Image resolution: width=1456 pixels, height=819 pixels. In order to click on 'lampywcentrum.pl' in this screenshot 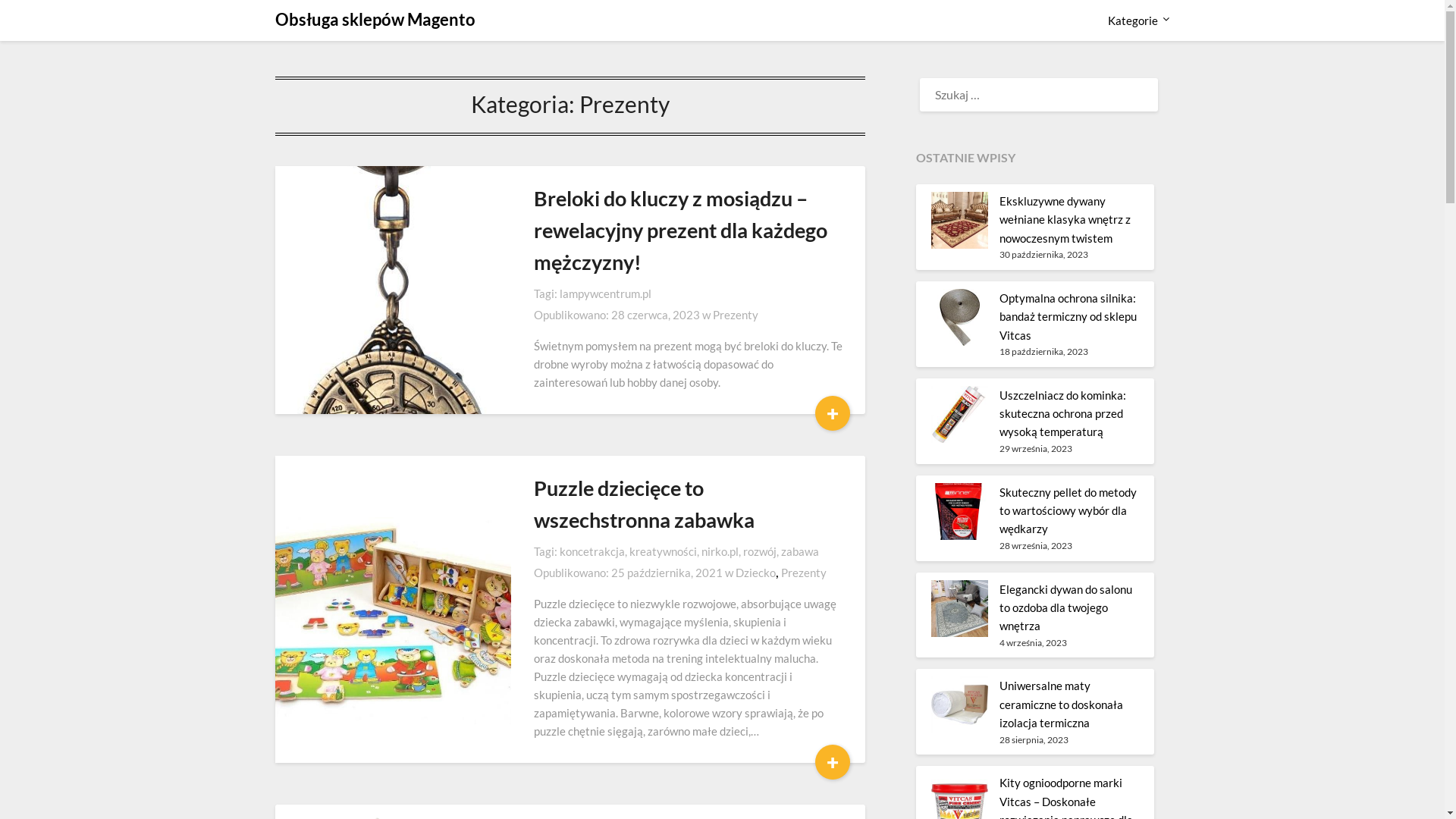, I will do `click(604, 293)`.